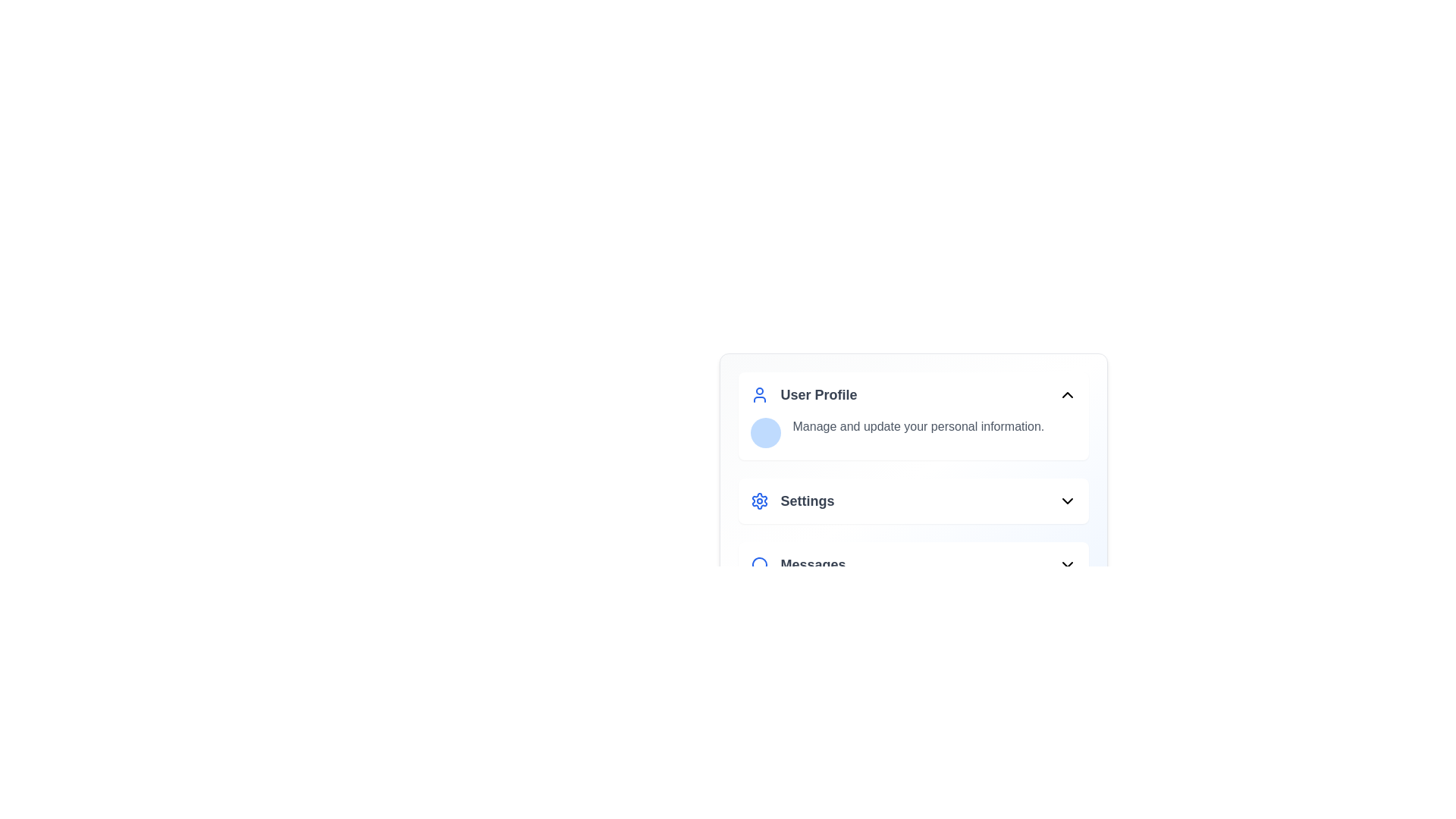  What do you see at coordinates (759, 500) in the screenshot?
I see `the gear-shaped icon that indicates settings or configuration options, located to the left of the 'Settings' label in the menu section` at bounding box center [759, 500].